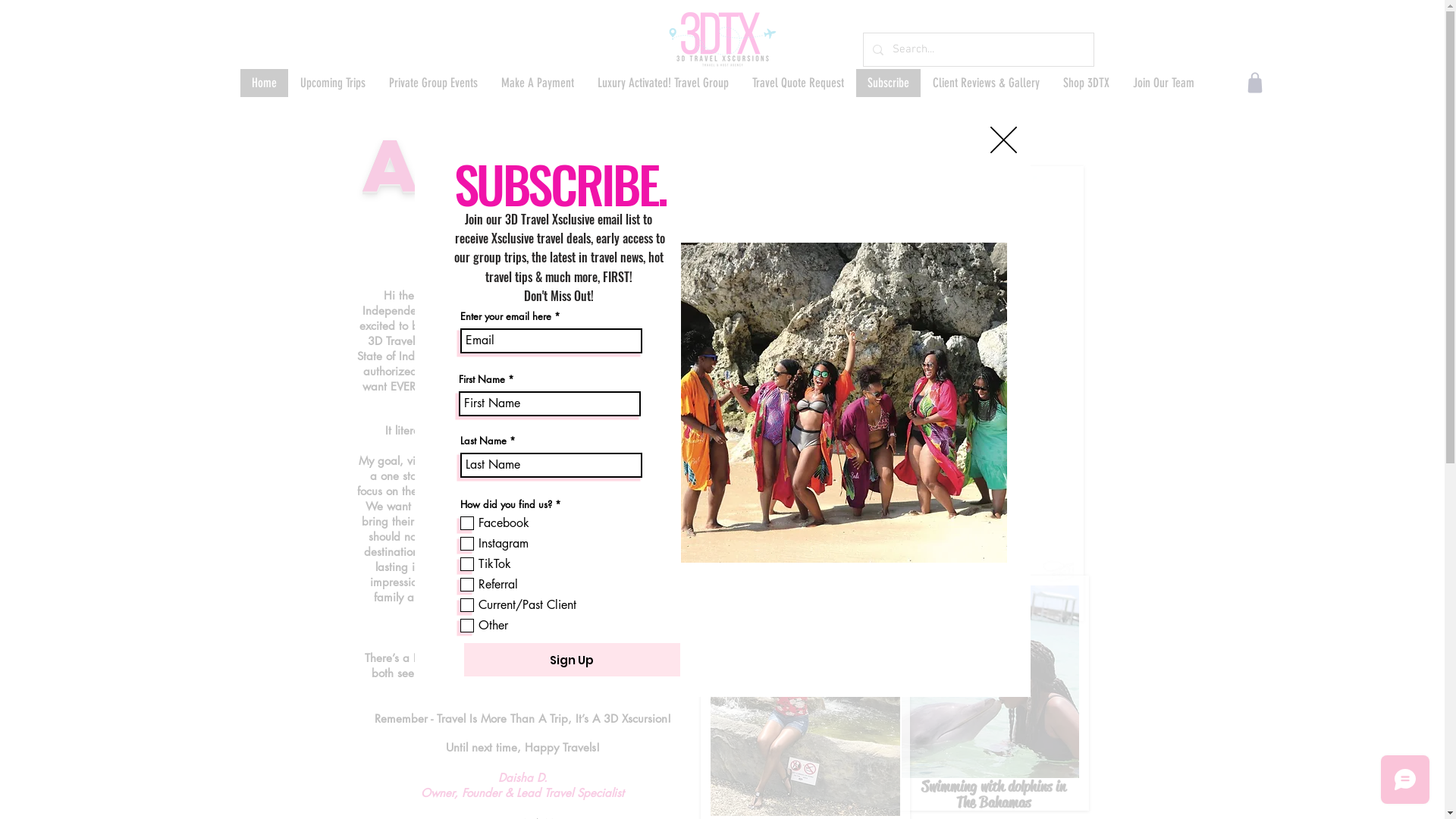 The width and height of the screenshot is (1456, 819). I want to click on 'Make A Payment', so click(536, 83).